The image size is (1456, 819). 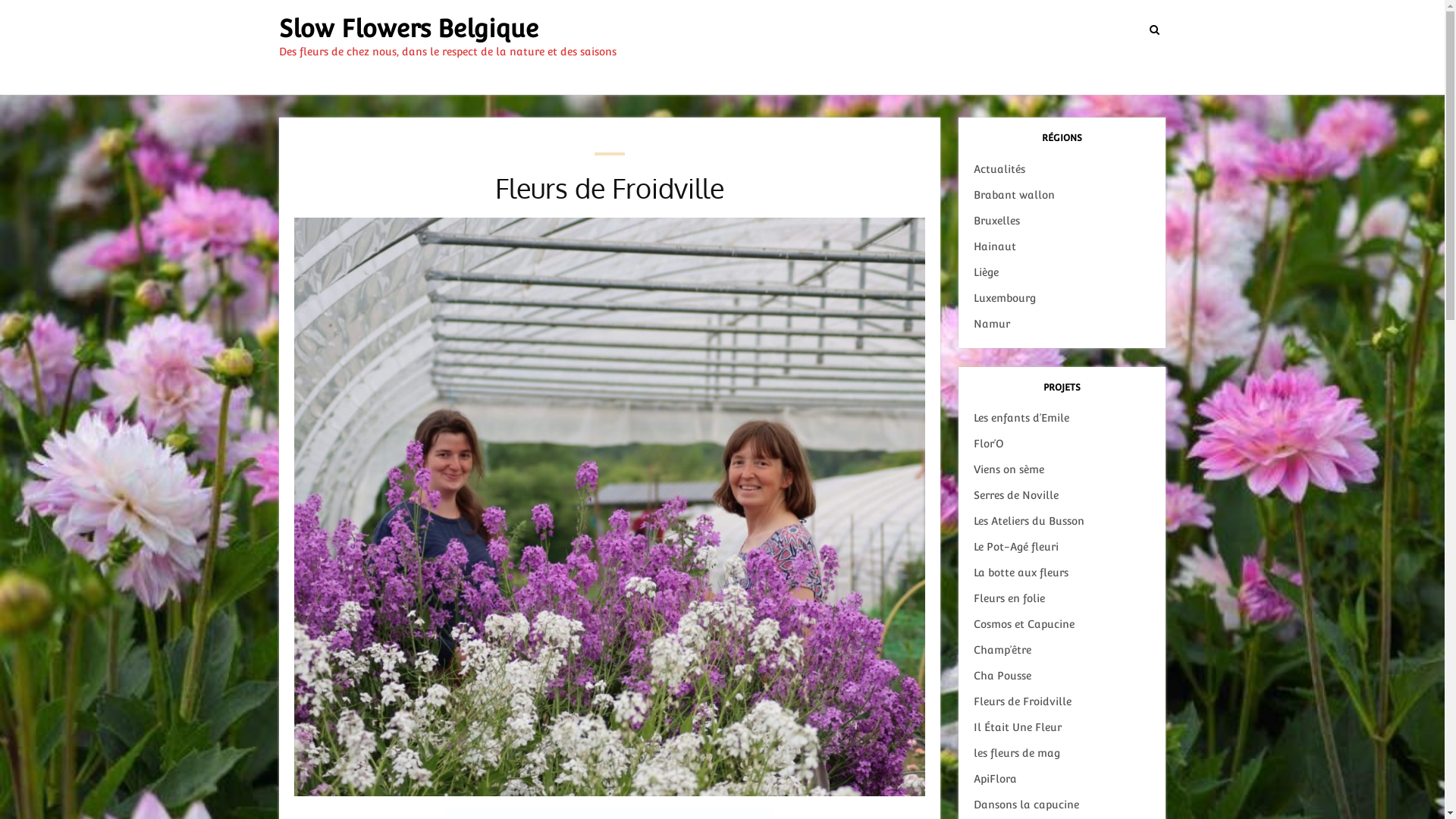 I want to click on 'Brabant wallon', so click(x=1014, y=194).